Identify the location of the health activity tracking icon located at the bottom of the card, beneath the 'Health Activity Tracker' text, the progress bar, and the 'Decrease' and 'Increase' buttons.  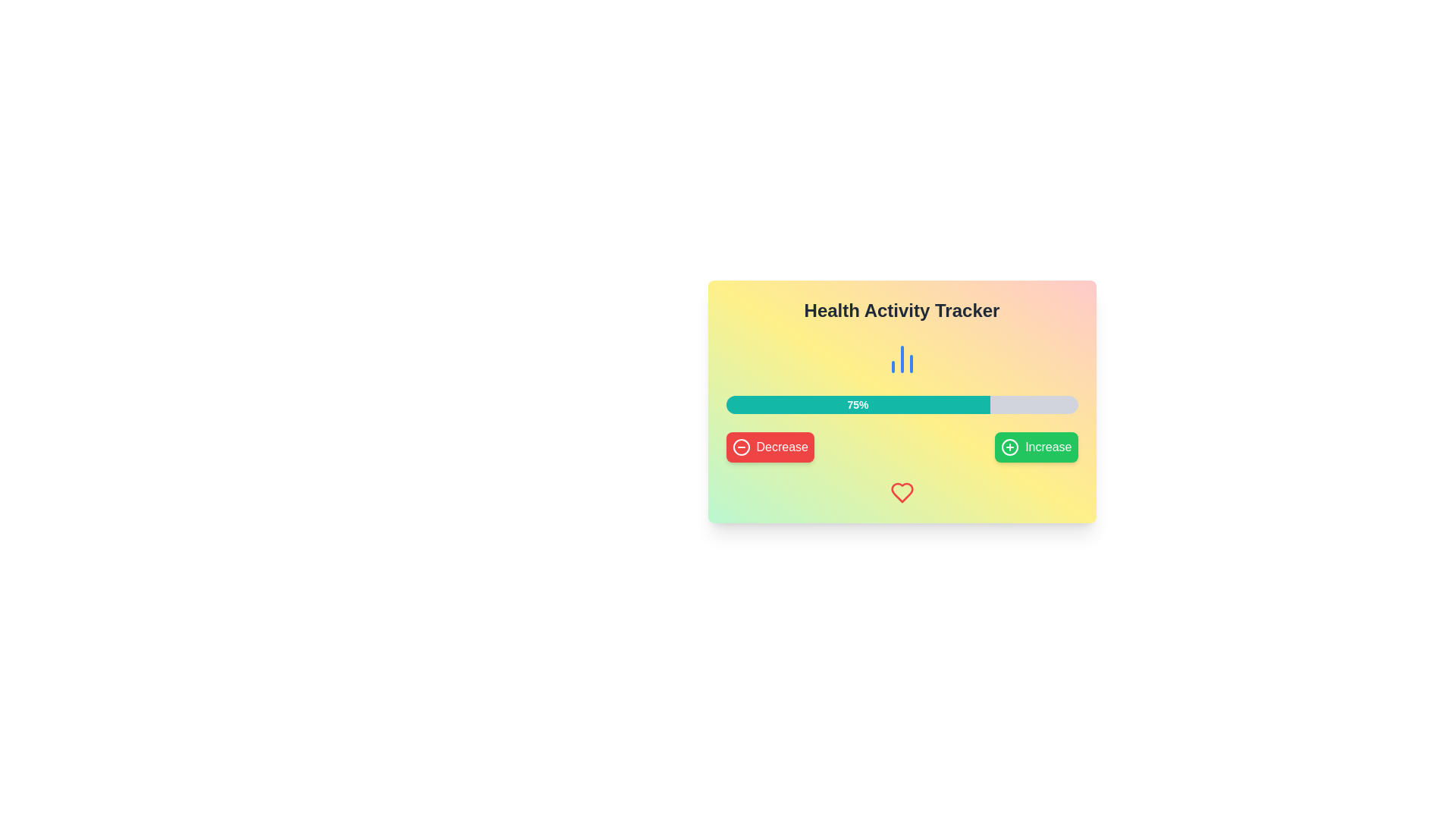
(902, 493).